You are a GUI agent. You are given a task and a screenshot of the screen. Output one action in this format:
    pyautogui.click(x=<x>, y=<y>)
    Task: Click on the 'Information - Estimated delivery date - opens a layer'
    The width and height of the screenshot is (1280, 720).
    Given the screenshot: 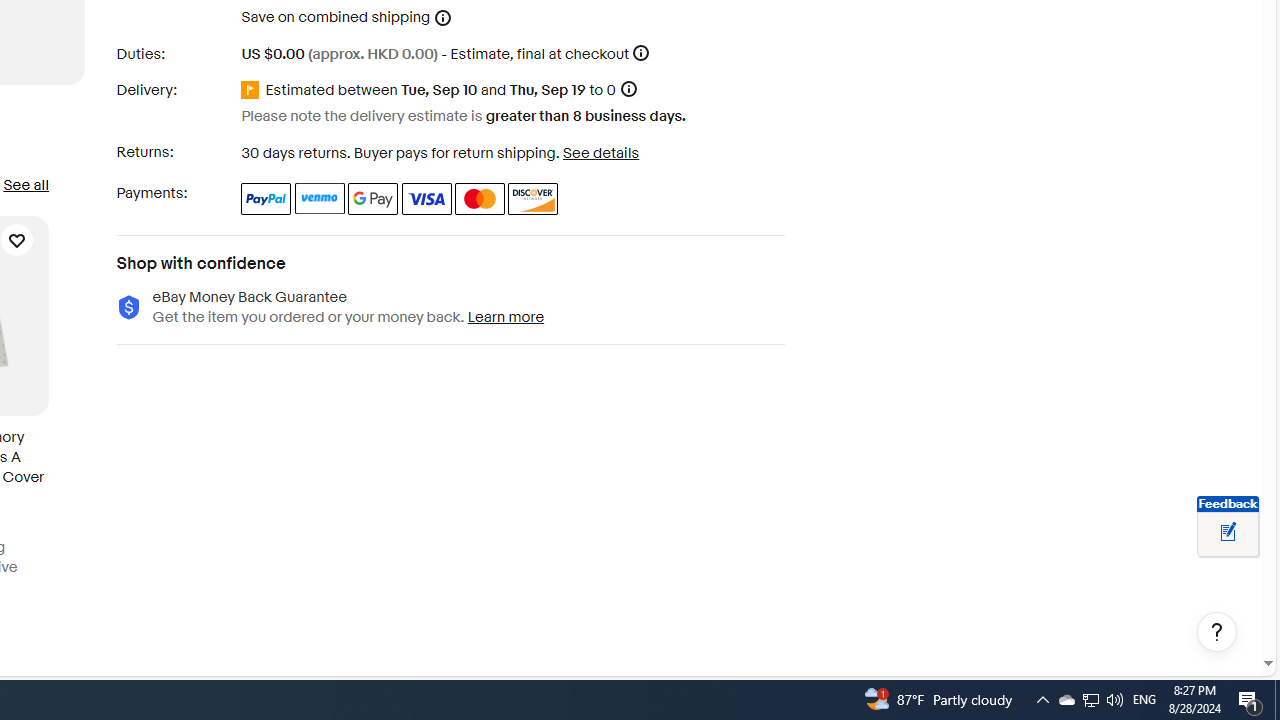 What is the action you would take?
    pyautogui.click(x=627, y=88)
    